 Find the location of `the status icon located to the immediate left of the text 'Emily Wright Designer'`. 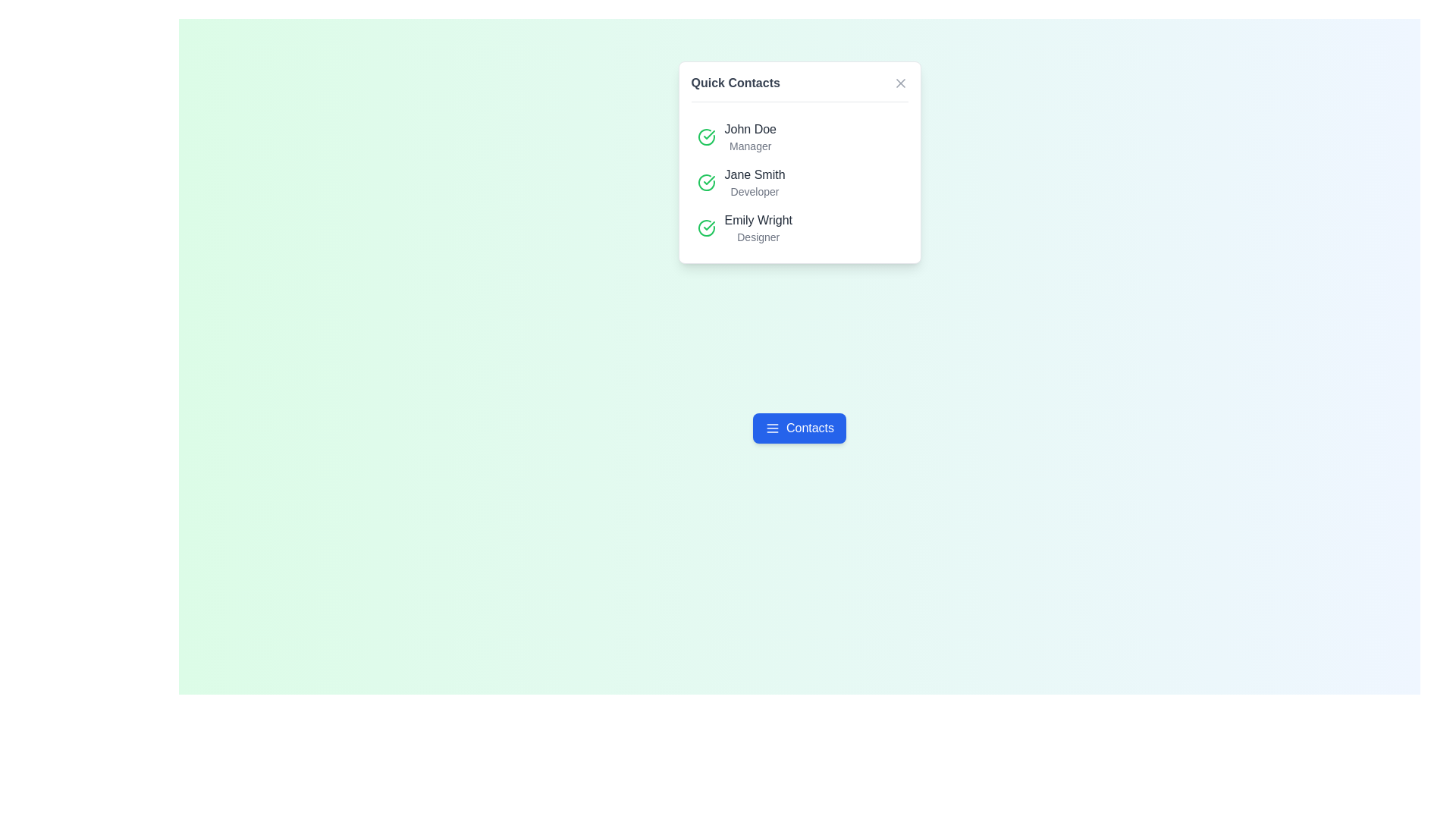

the status icon located to the immediate left of the text 'Emily Wright Designer' is located at coordinates (705, 227).